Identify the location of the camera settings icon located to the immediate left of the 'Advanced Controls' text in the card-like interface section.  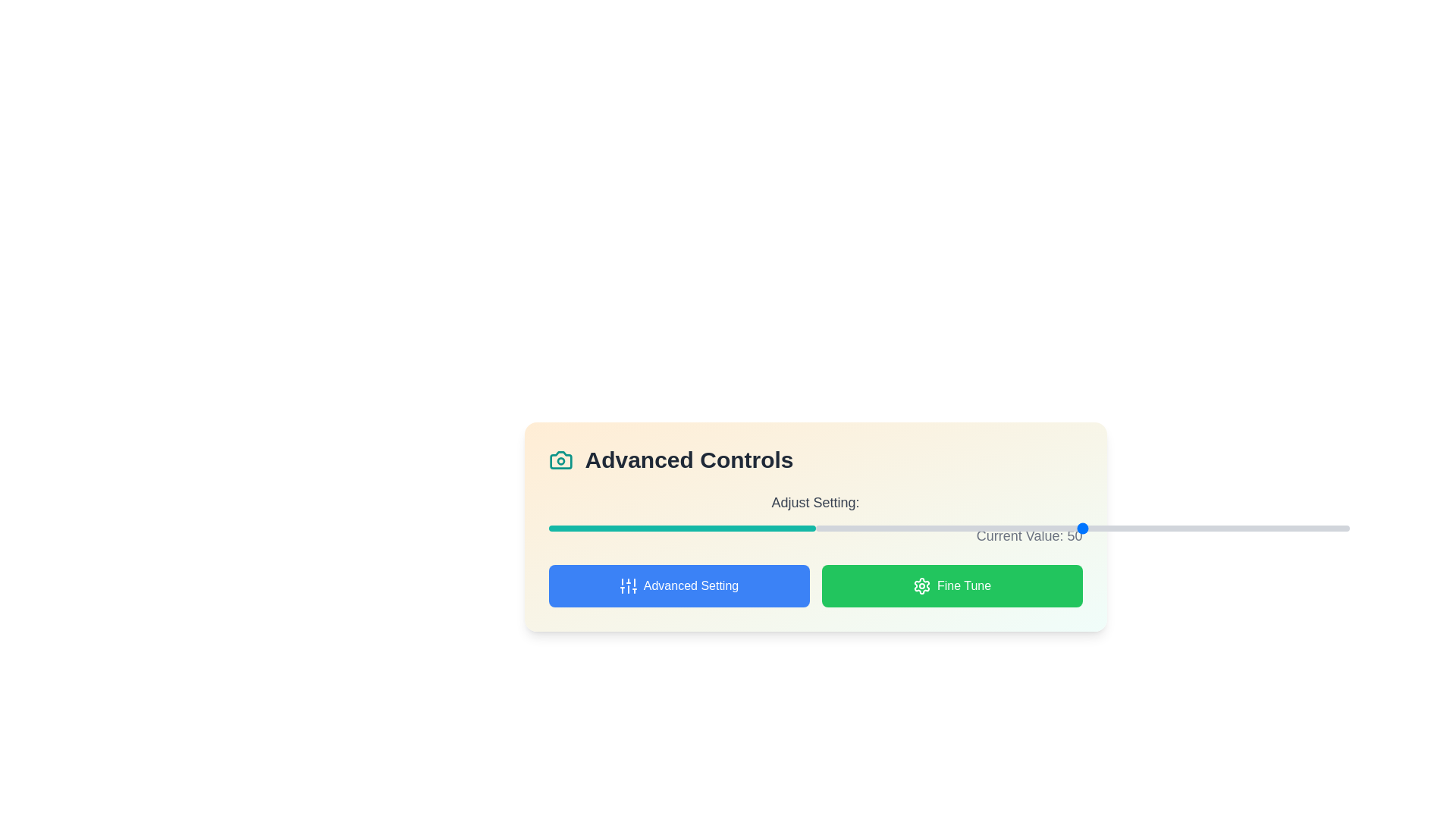
(560, 459).